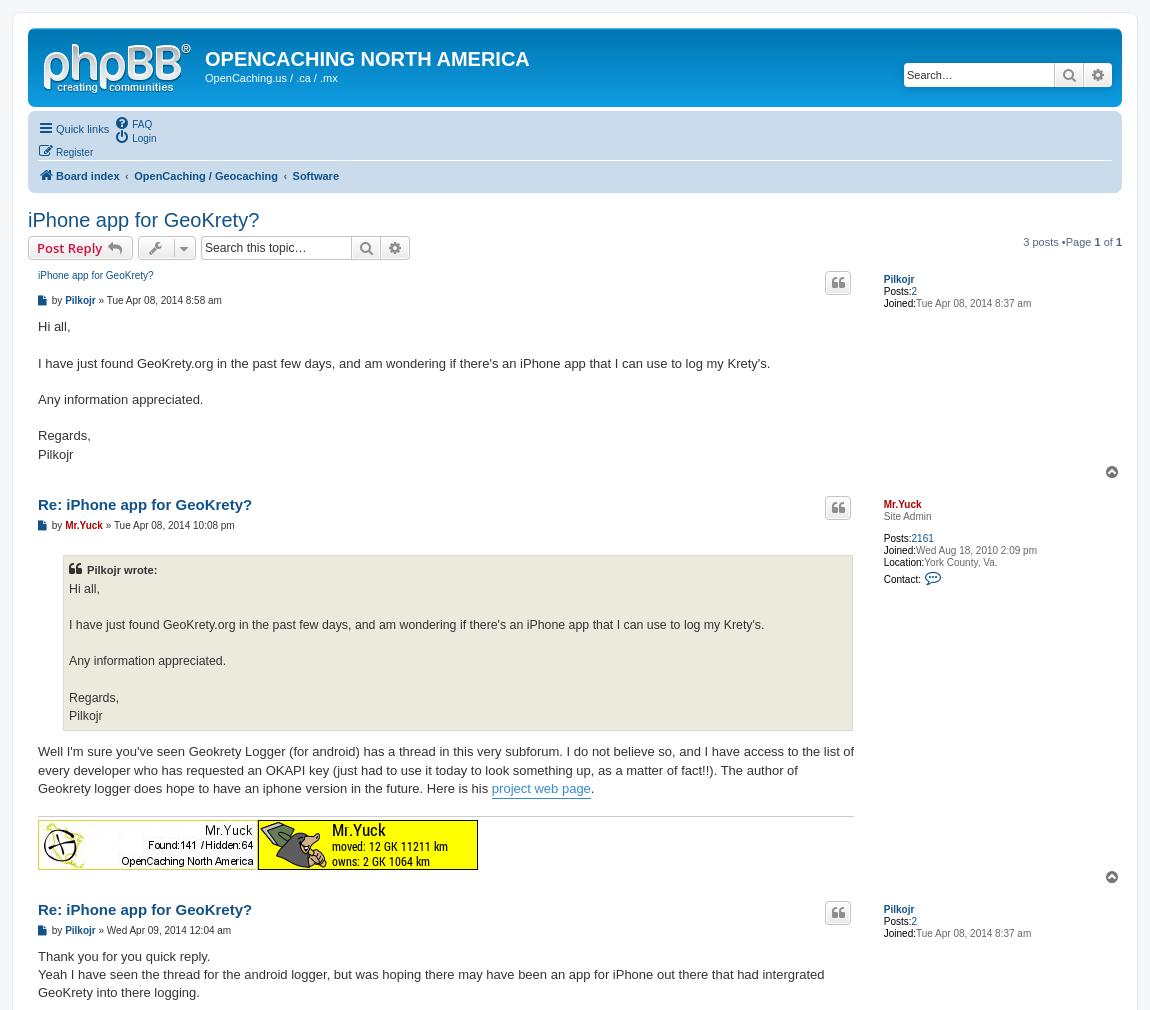 This screenshot has width=1150, height=1010. I want to click on 'Register', so click(73, 150).